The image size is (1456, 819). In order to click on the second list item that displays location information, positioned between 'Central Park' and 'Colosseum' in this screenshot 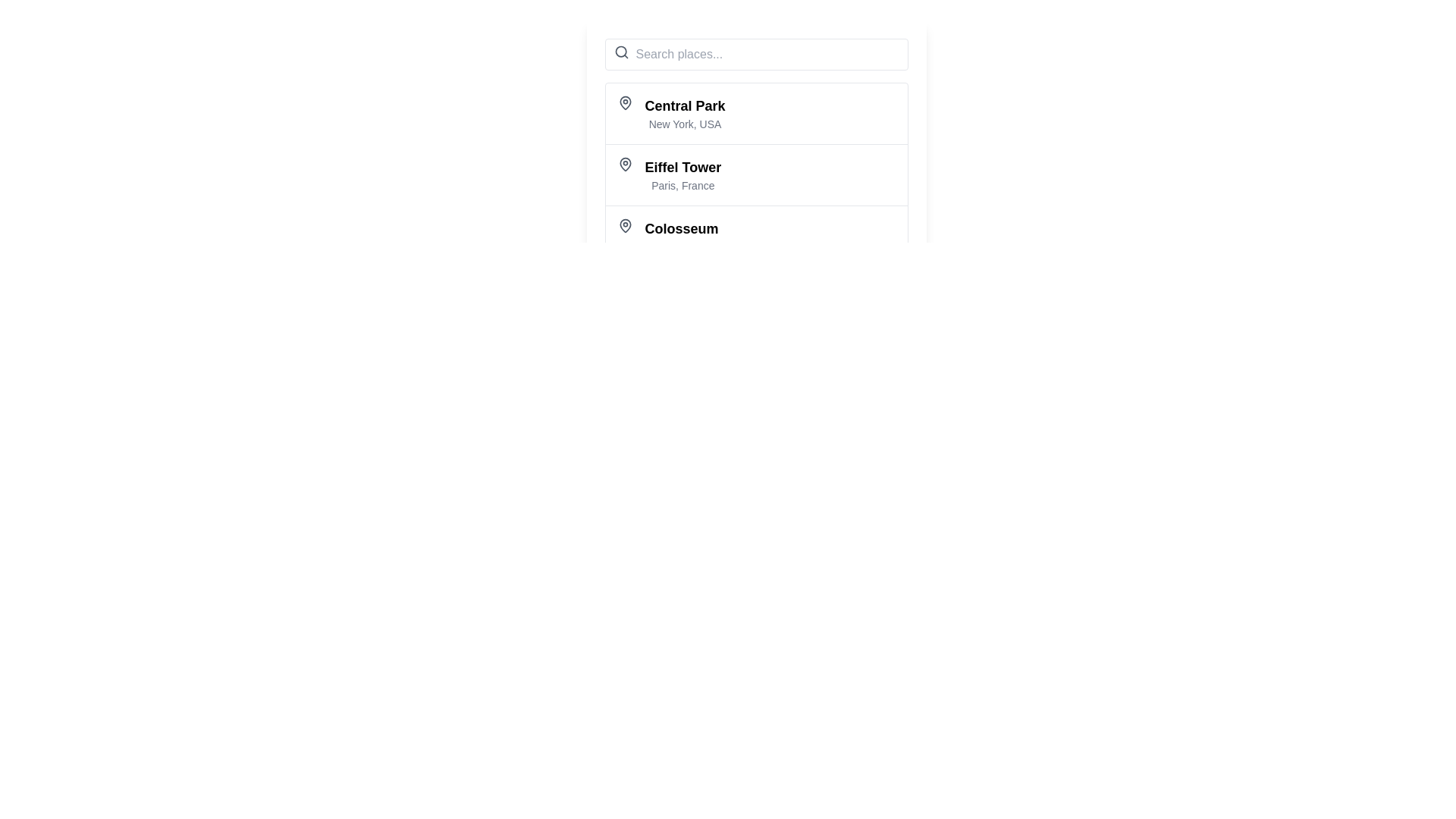, I will do `click(756, 152)`.